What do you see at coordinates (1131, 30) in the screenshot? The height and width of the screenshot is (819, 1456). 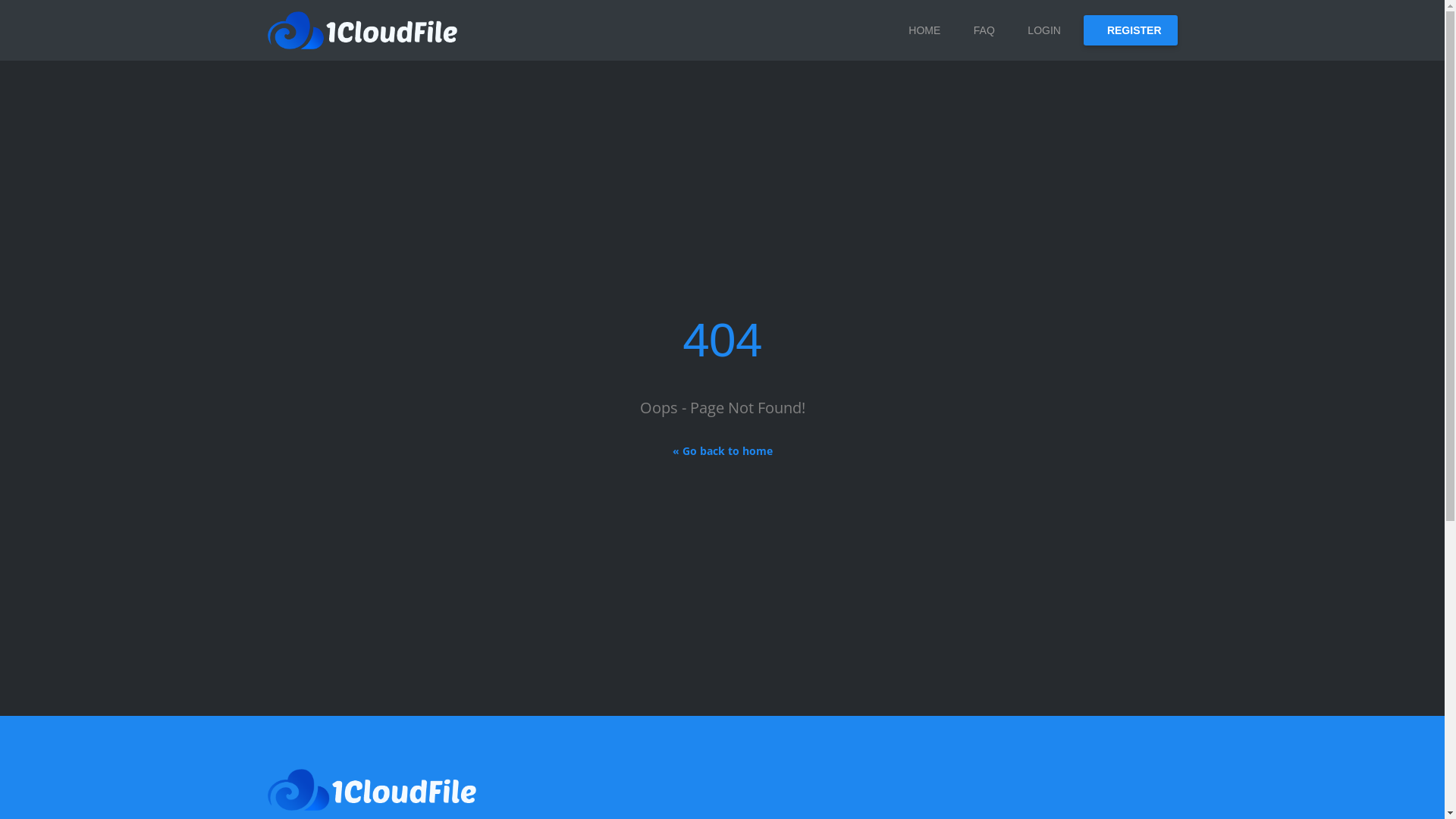 I see `'REGISTER'` at bounding box center [1131, 30].